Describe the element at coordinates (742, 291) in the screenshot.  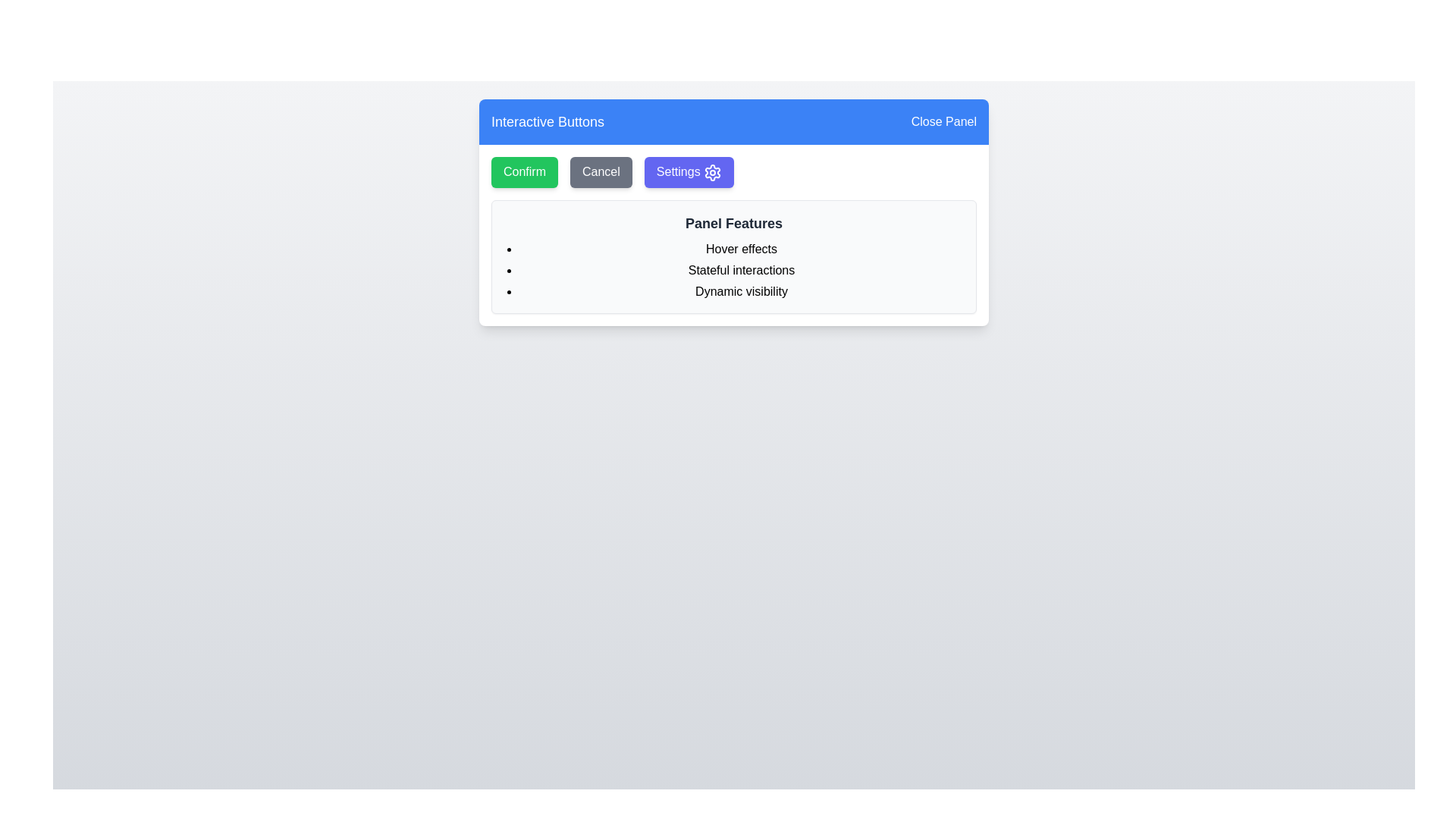
I see `the static text labeled 'Dynamic visibility', which is the third item in the bulleted list under 'Panel Features'` at that location.